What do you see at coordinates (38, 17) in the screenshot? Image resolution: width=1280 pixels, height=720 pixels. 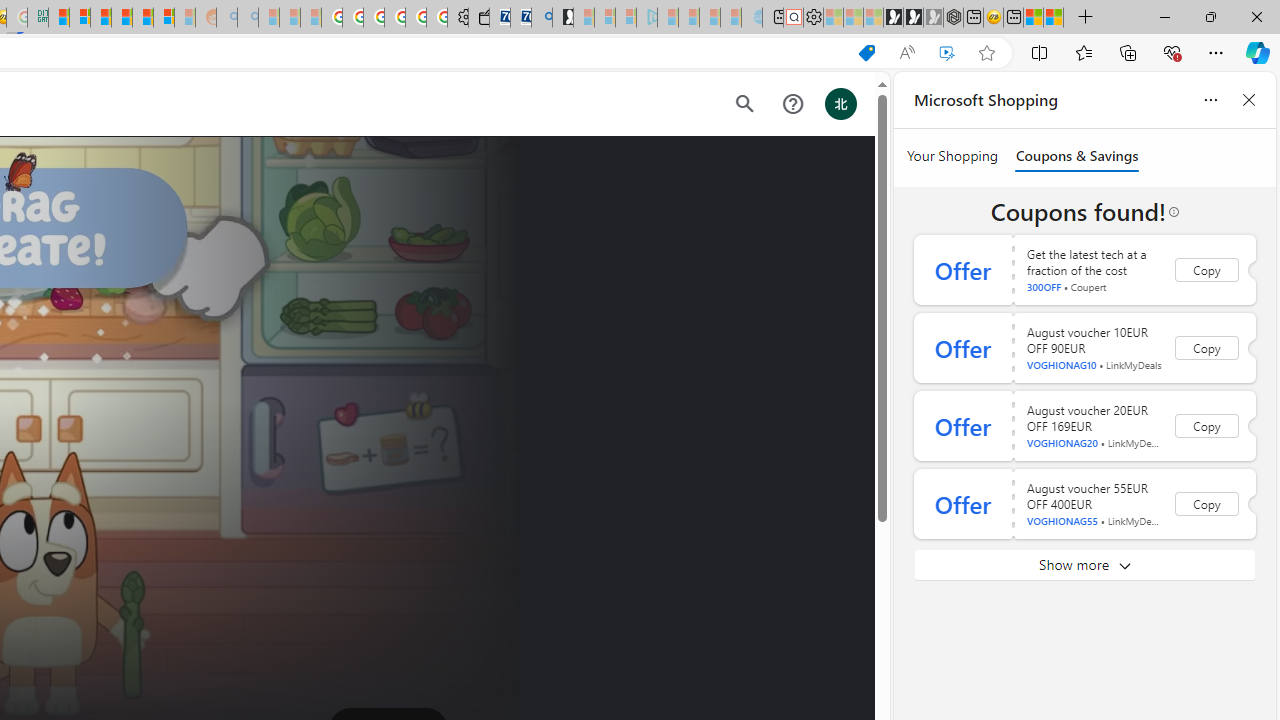 I see `'DITOGAMES AG Imprint'` at bounding box center [38, 17].